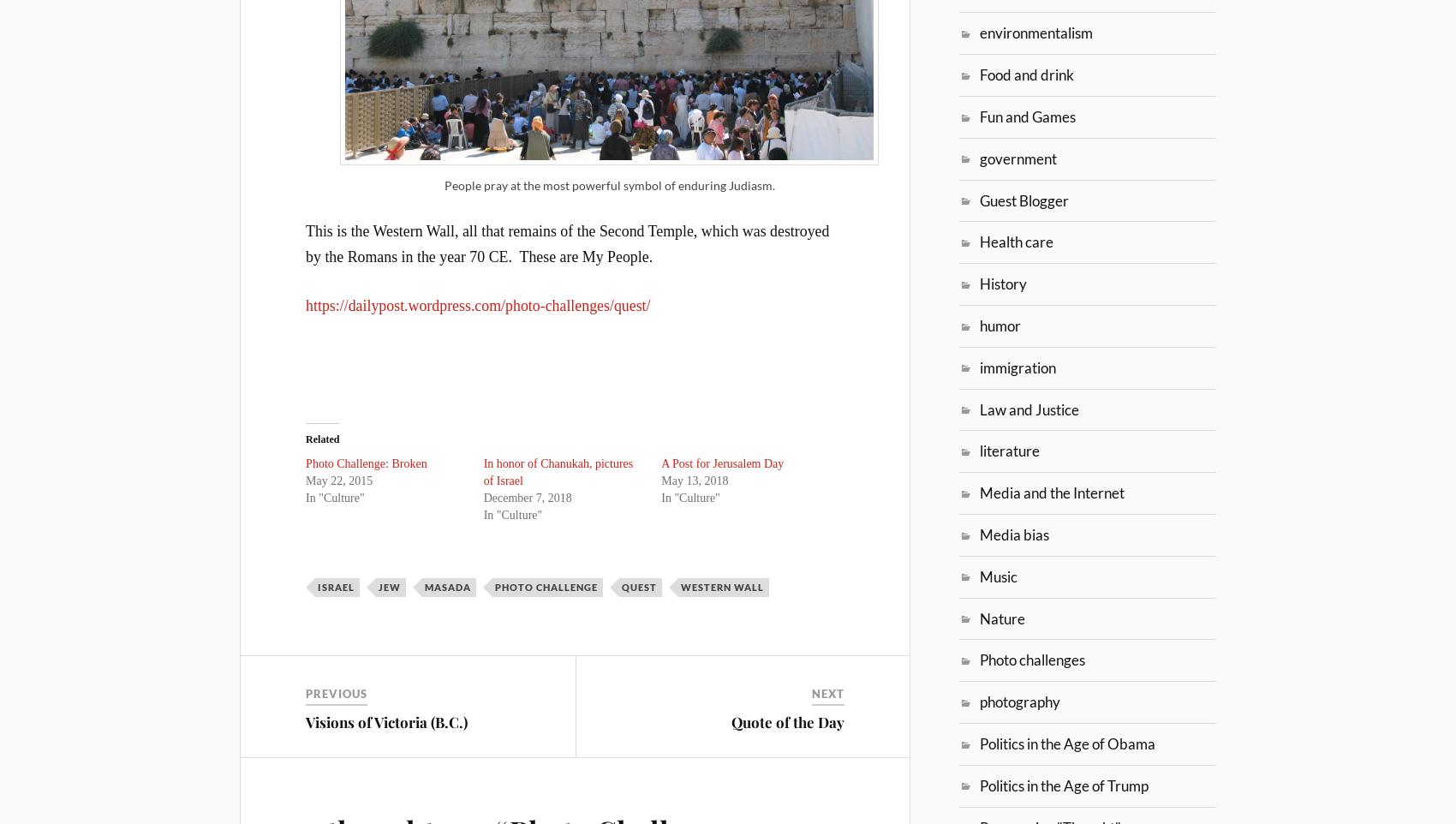  Describe the element at coordinates (546, 585) in the screenshot. I see `'Photo Challenge'` at that location.